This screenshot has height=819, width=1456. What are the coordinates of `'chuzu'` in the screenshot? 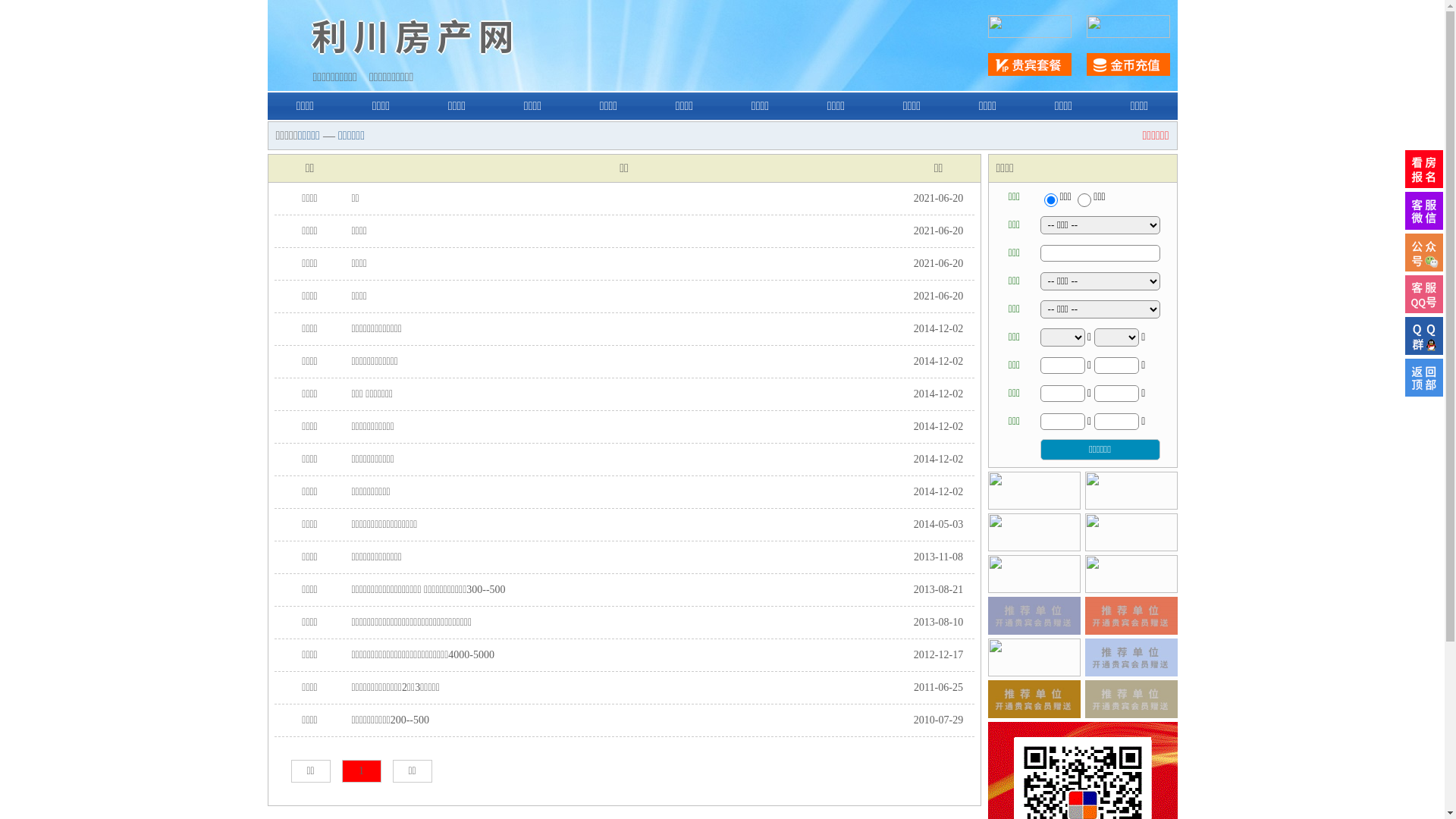 It's located at (1084, 199).